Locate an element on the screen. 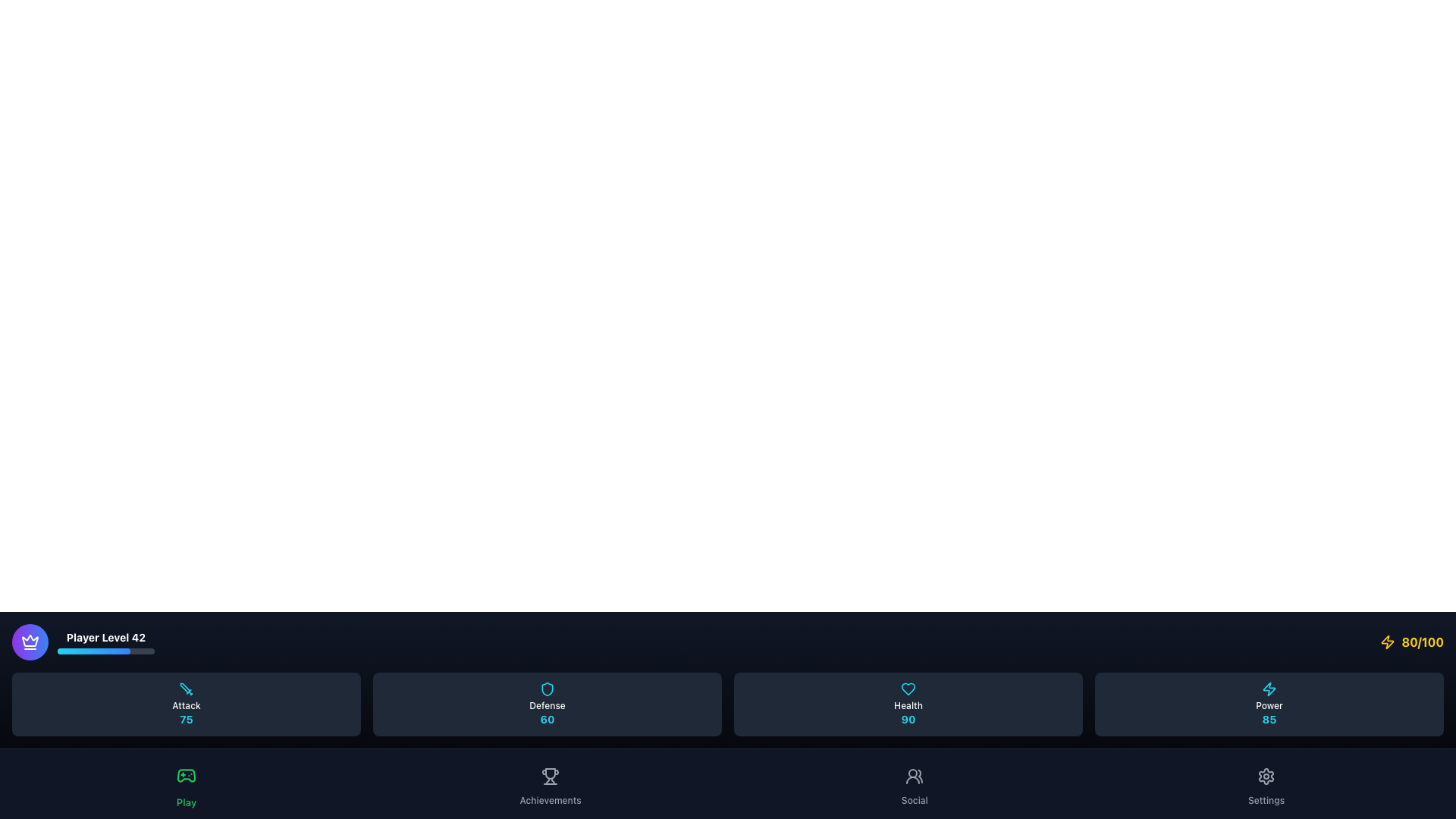 Image resolution: width=1456 pixels, height=819 pixels. the gear icon button for settings is located at coordinates (1266, 776).